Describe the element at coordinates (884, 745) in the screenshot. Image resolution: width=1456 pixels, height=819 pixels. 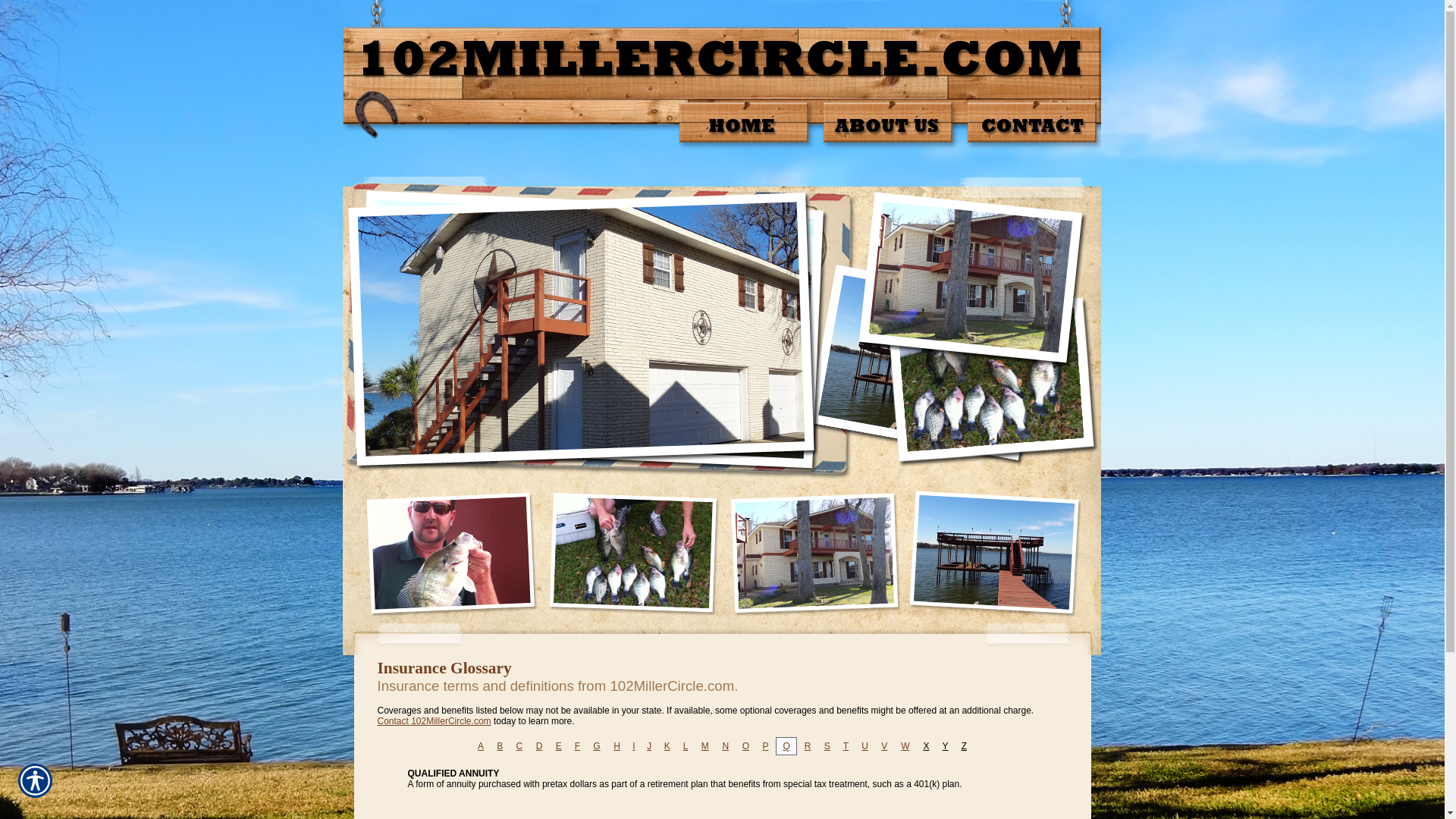
I see `'V'` at that location.